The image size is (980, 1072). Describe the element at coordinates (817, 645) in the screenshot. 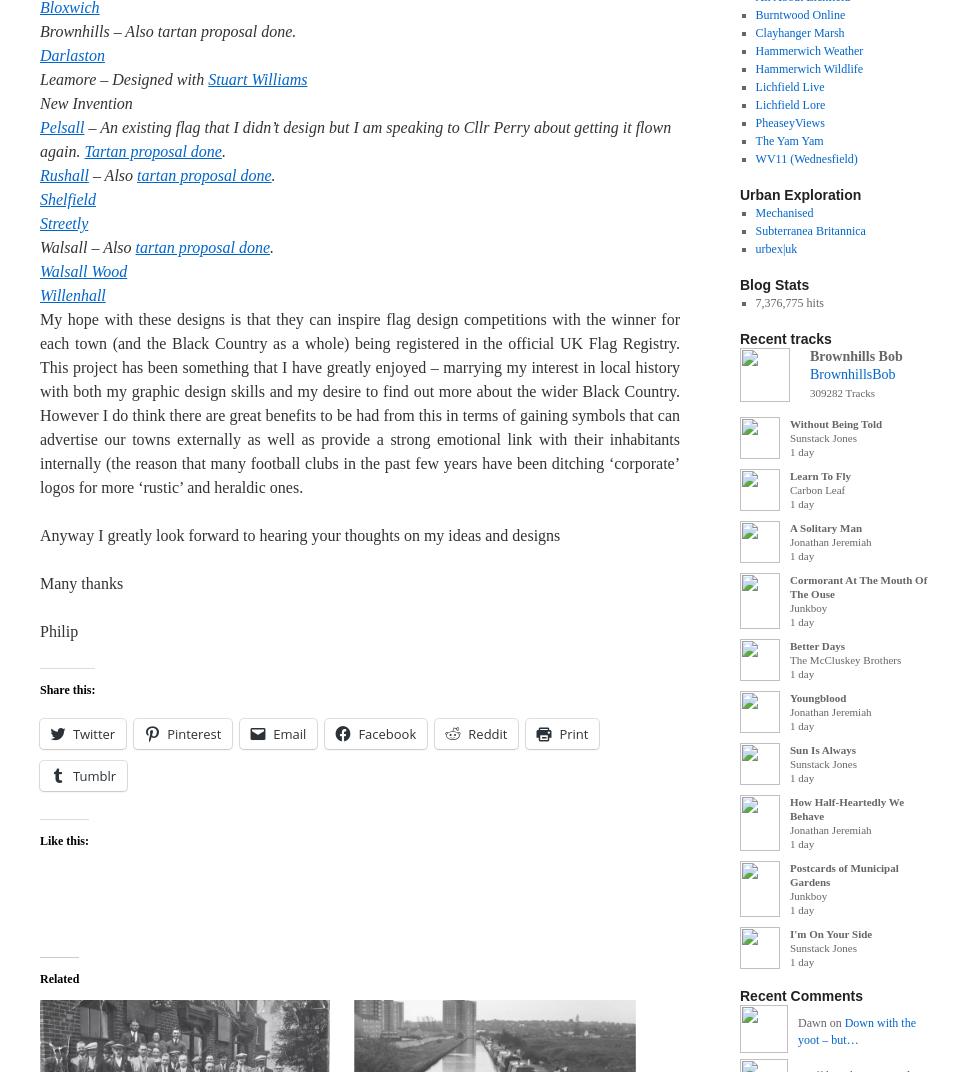

I see `'Better Days'` at that location.